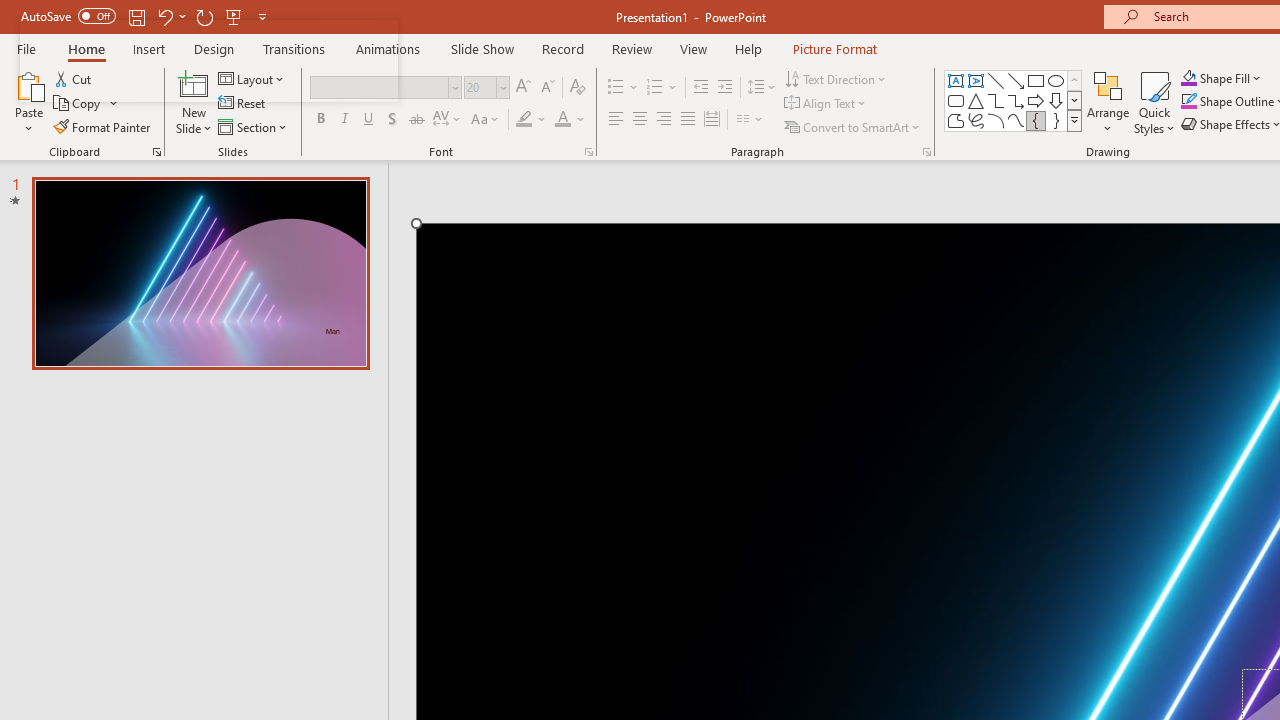 The image size is (1280, 720). I want to click on 'More Options', so click(1232, 77).